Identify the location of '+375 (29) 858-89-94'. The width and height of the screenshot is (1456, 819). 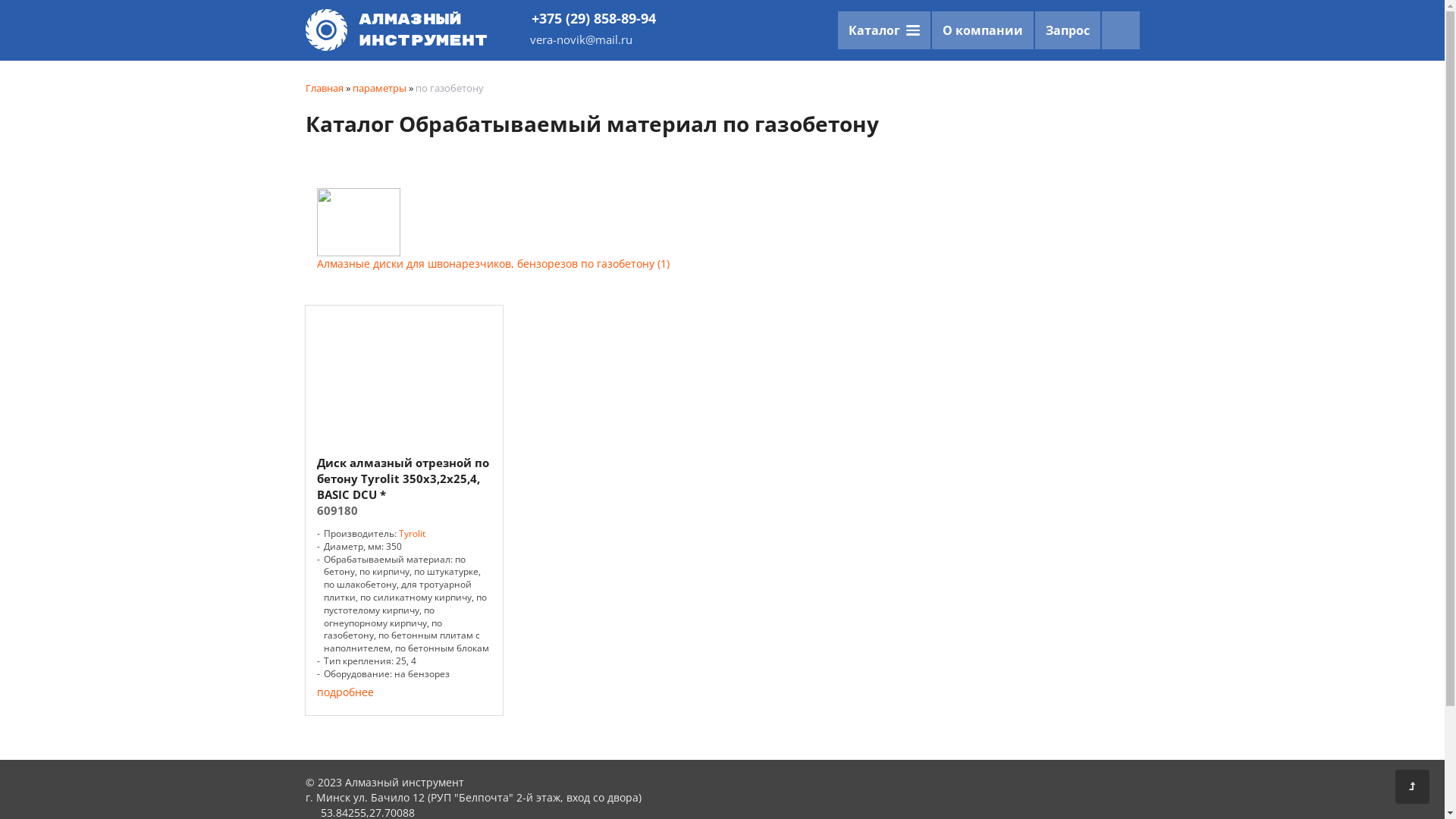
(585, 18).